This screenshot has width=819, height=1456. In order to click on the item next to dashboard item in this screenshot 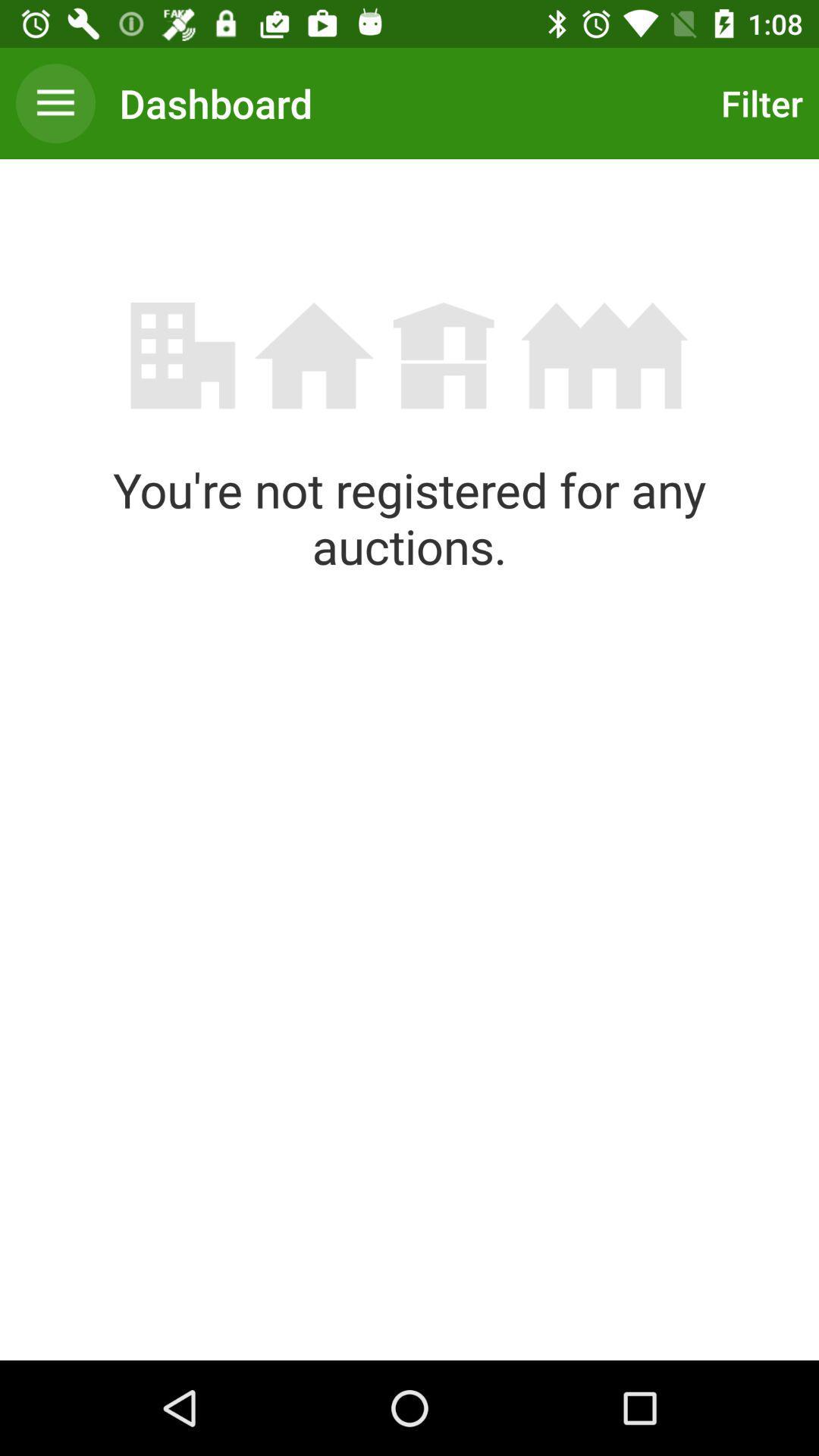, I will do `click(55, 102)`.